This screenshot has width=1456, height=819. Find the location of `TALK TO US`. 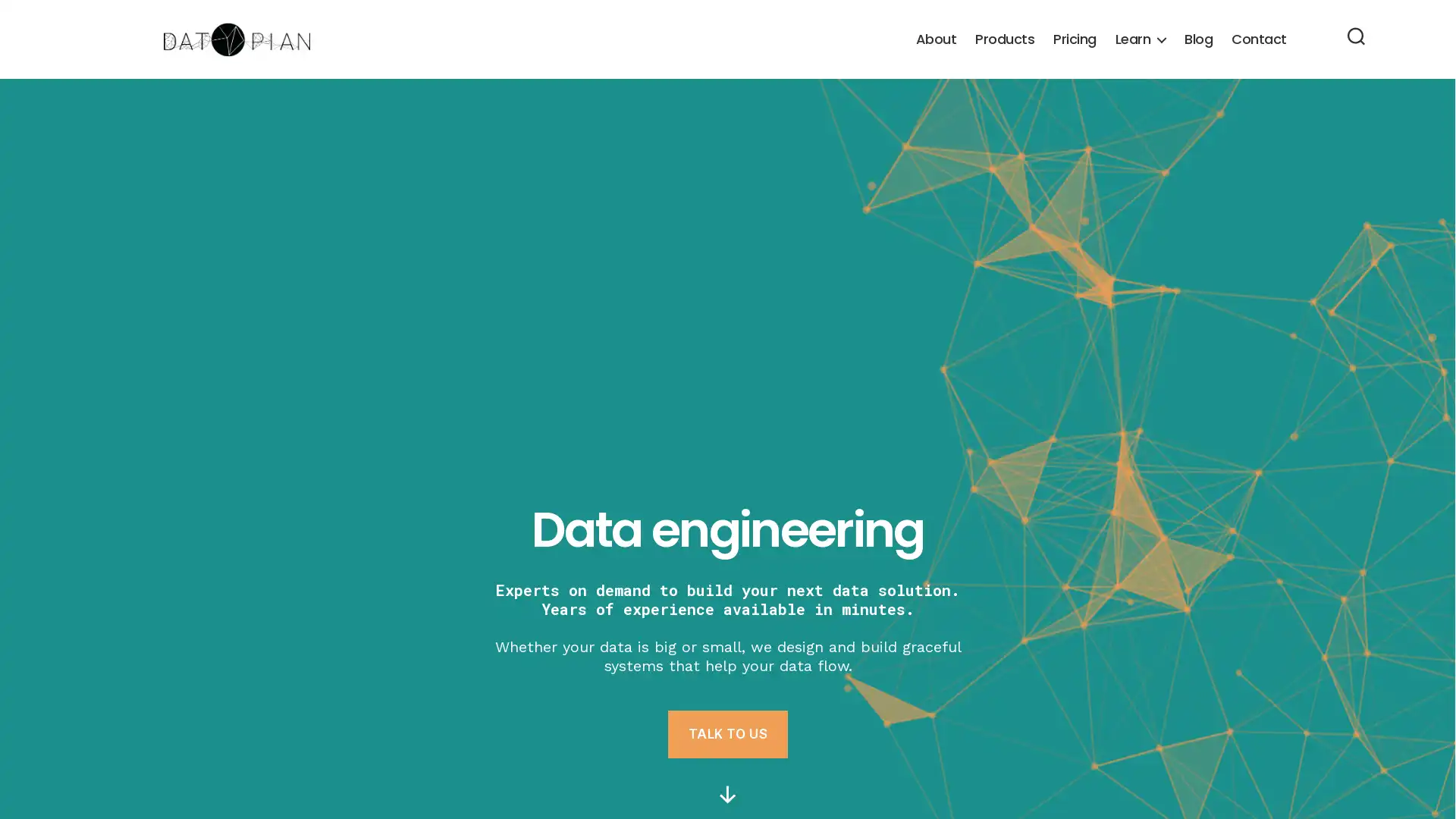

TALK TO US is located at coordinates (726, 733).